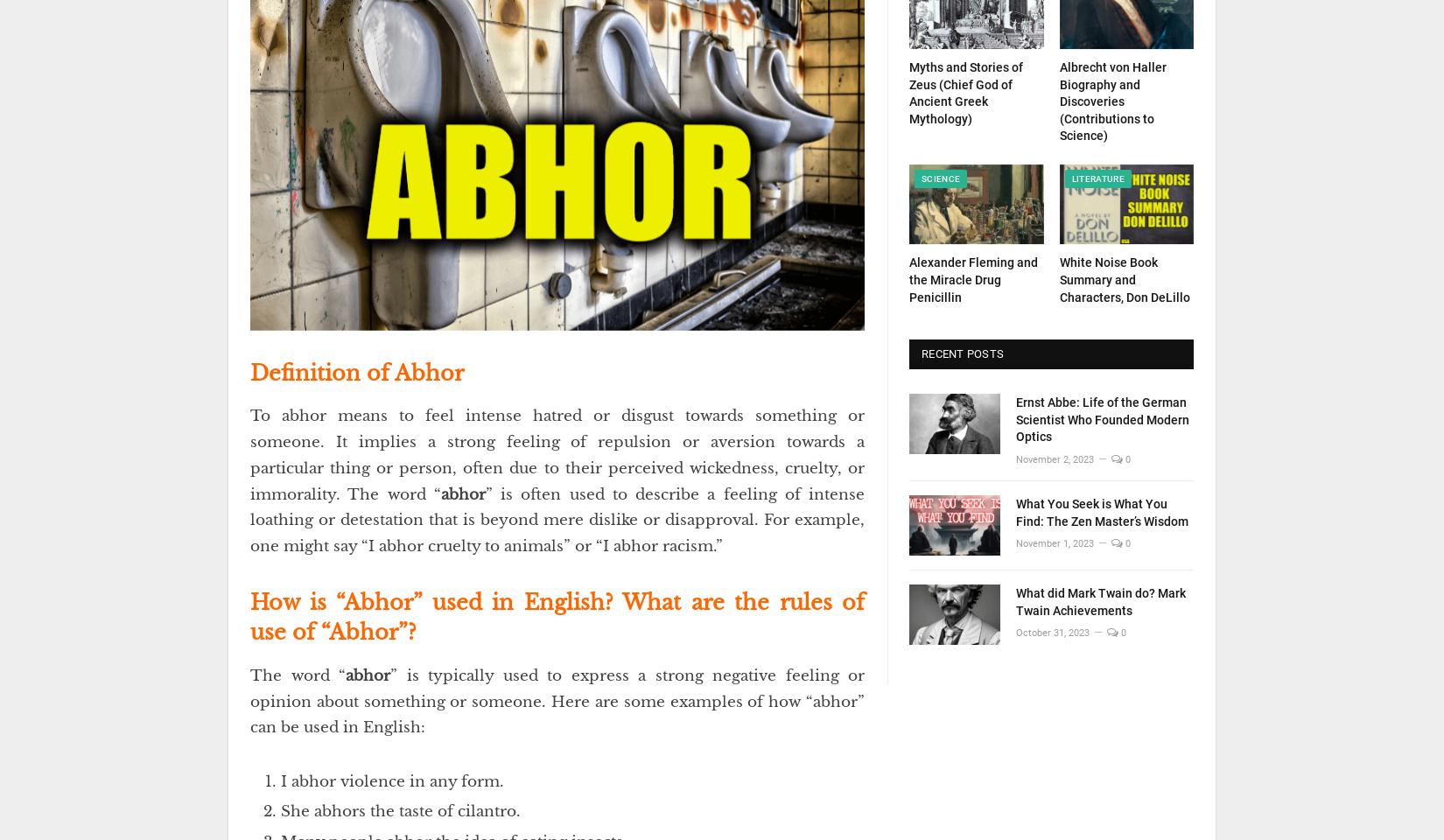 The width and height of the screenshot is (1444, 840). Describe the element at coordinates (298, 674) in the screenshot. I see `'The word “'` at that location.